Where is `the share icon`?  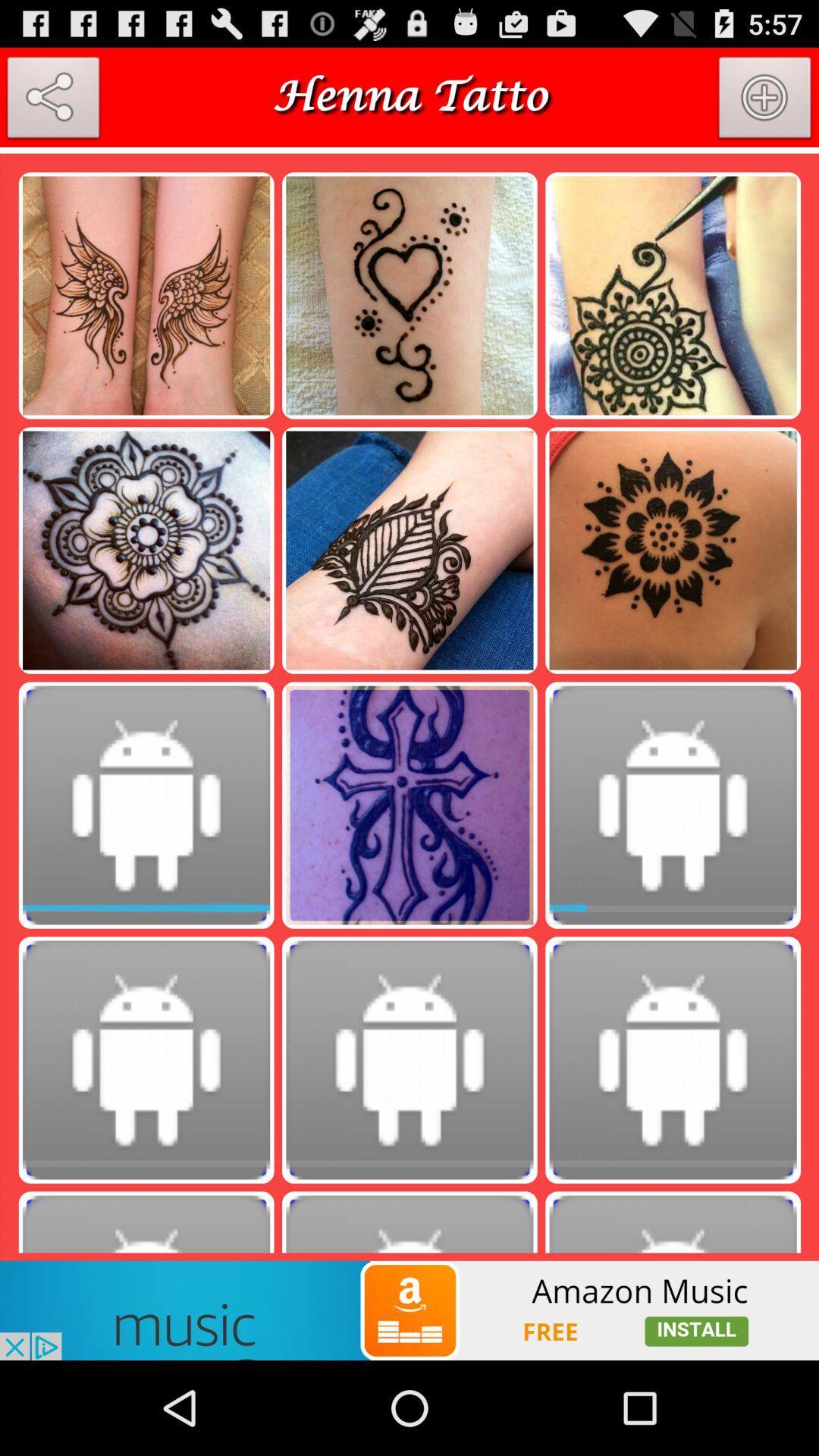 the share icon is located at coordinates (52, 107).